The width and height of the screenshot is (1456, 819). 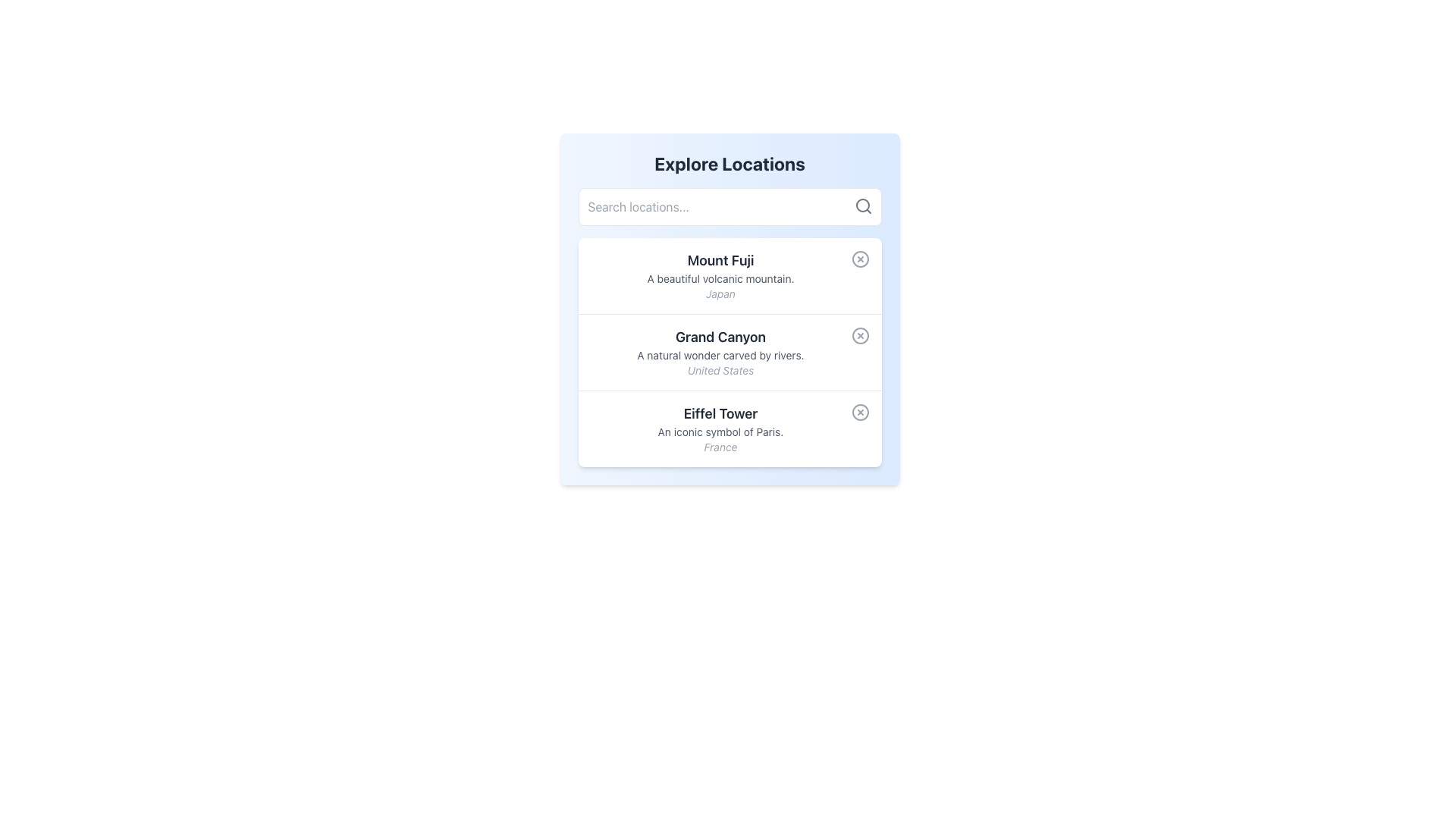 What do you see at coordinates (860, 412) in the screenshot?
I see `the circular SVG element with a gray border, located on the far right of the 'Eiffel Tower' list item` at bounding box center [860, 412].